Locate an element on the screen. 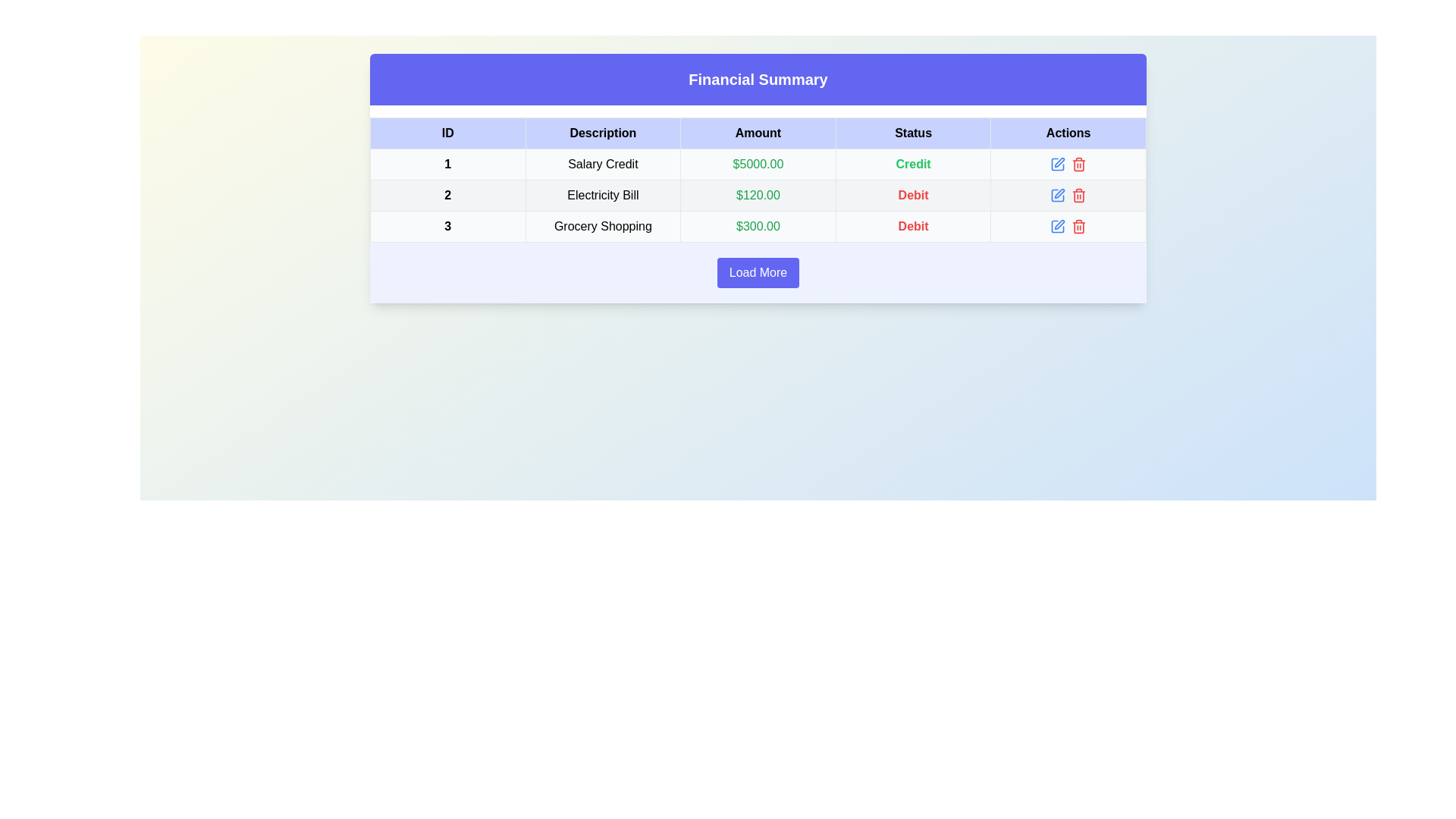  the 'ID' column header in the table, which is the first header from left to right, indicating unique identifiers for the data below is located at coordinates (447, 133).